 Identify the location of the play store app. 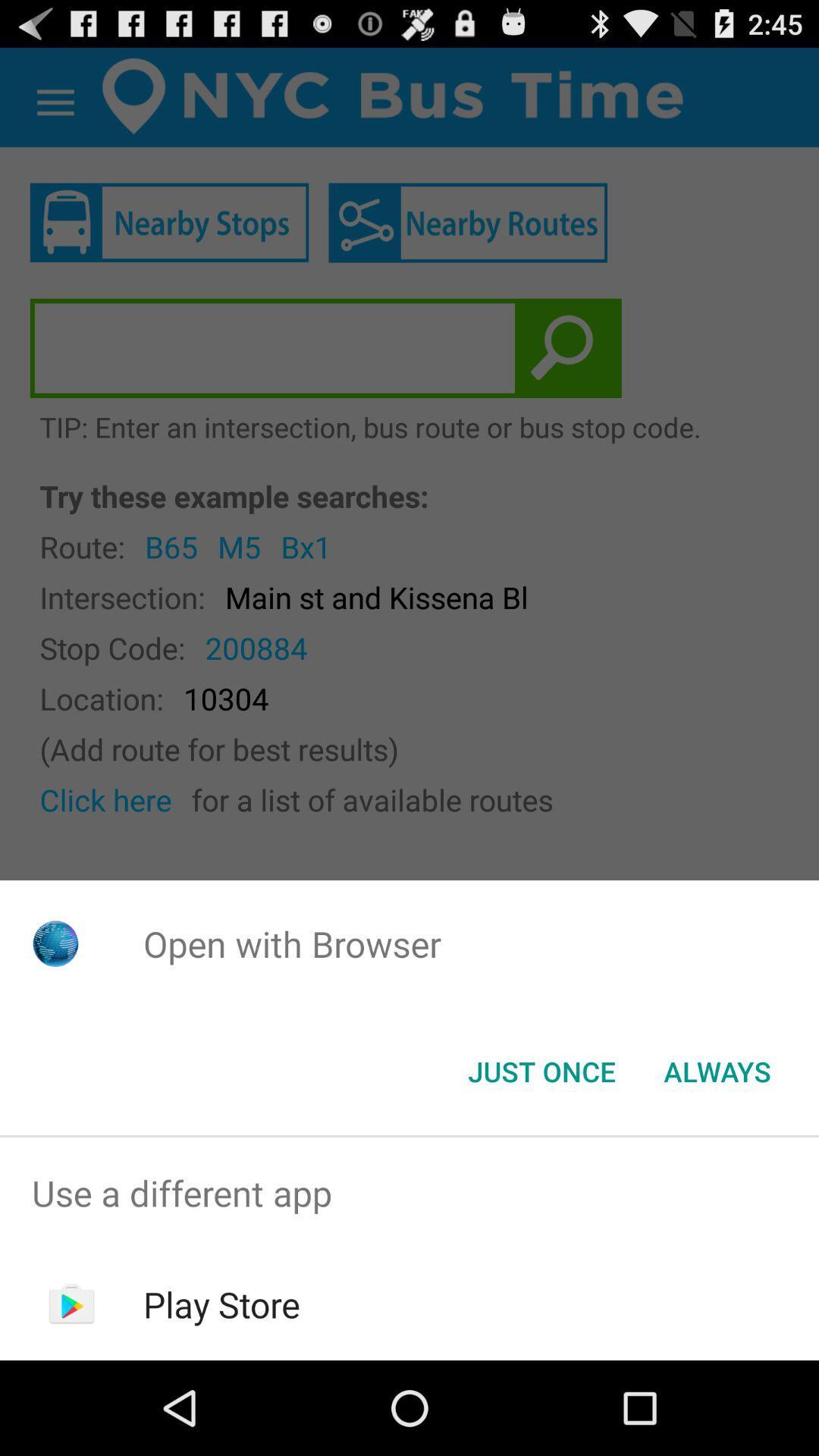
(221, 1304).